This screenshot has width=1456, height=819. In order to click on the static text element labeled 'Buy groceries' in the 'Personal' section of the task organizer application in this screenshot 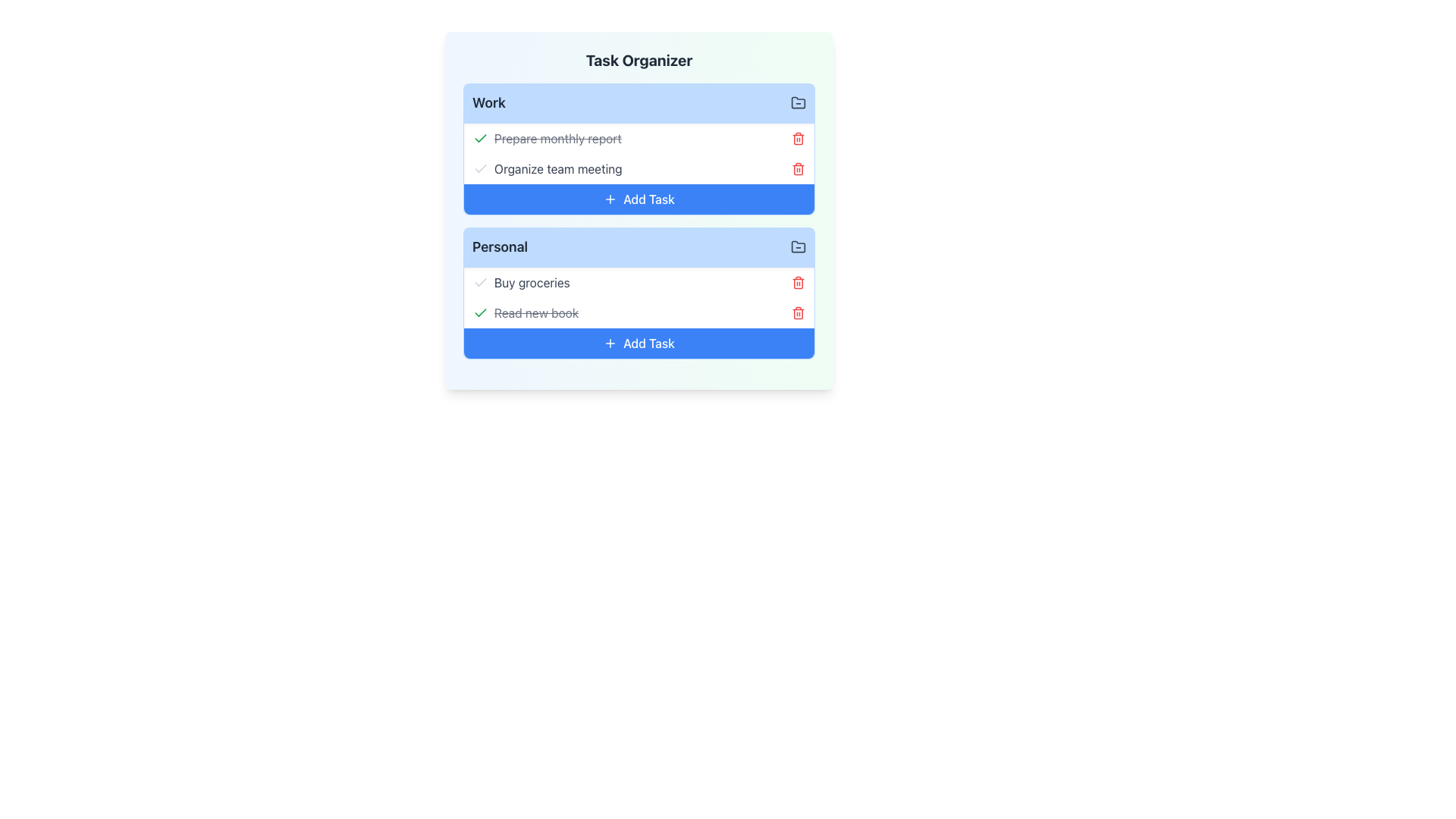, I will do `click(521, 283)`.